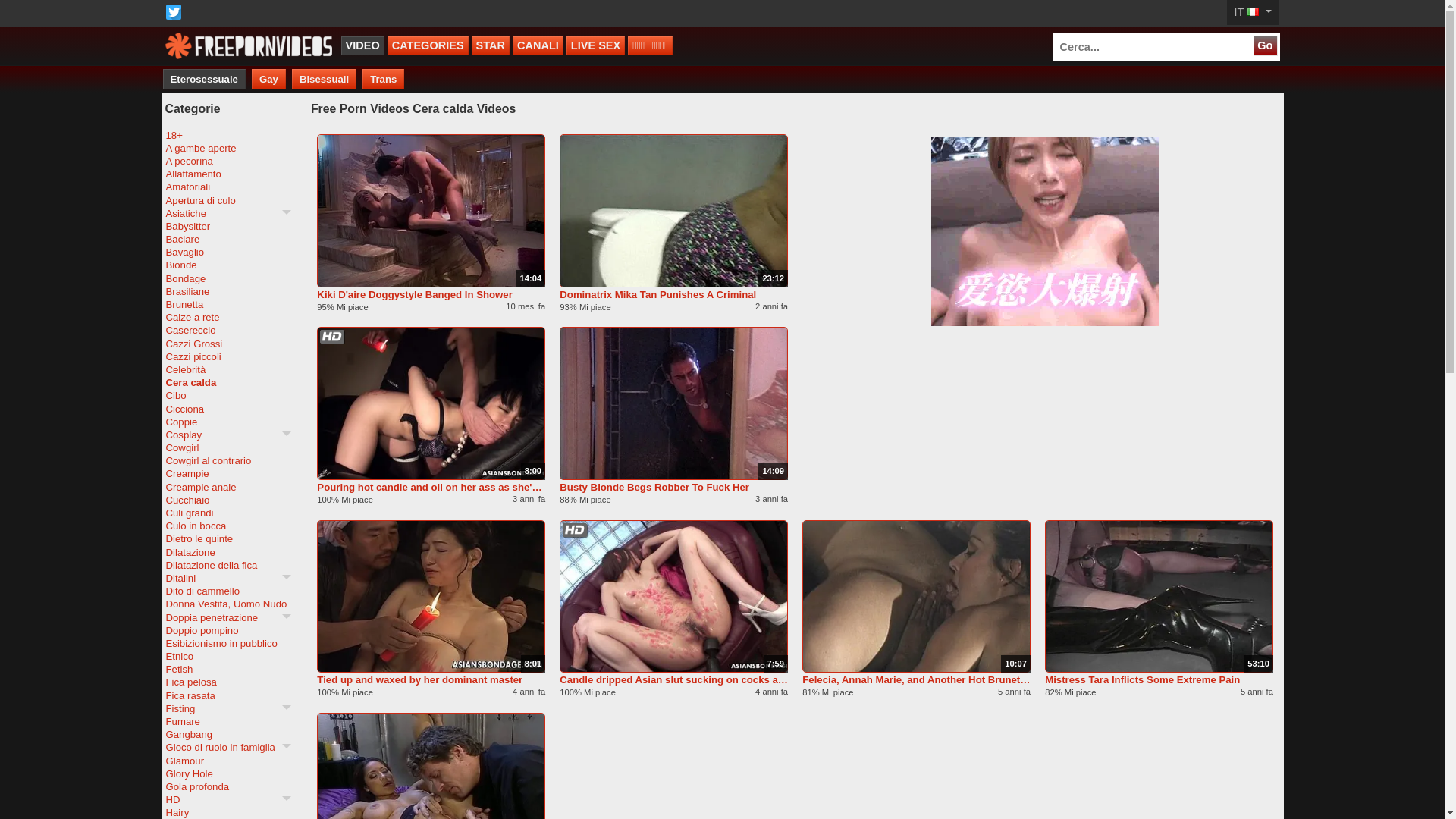  I want to click on 'Gola profonda', so click(227, 786).